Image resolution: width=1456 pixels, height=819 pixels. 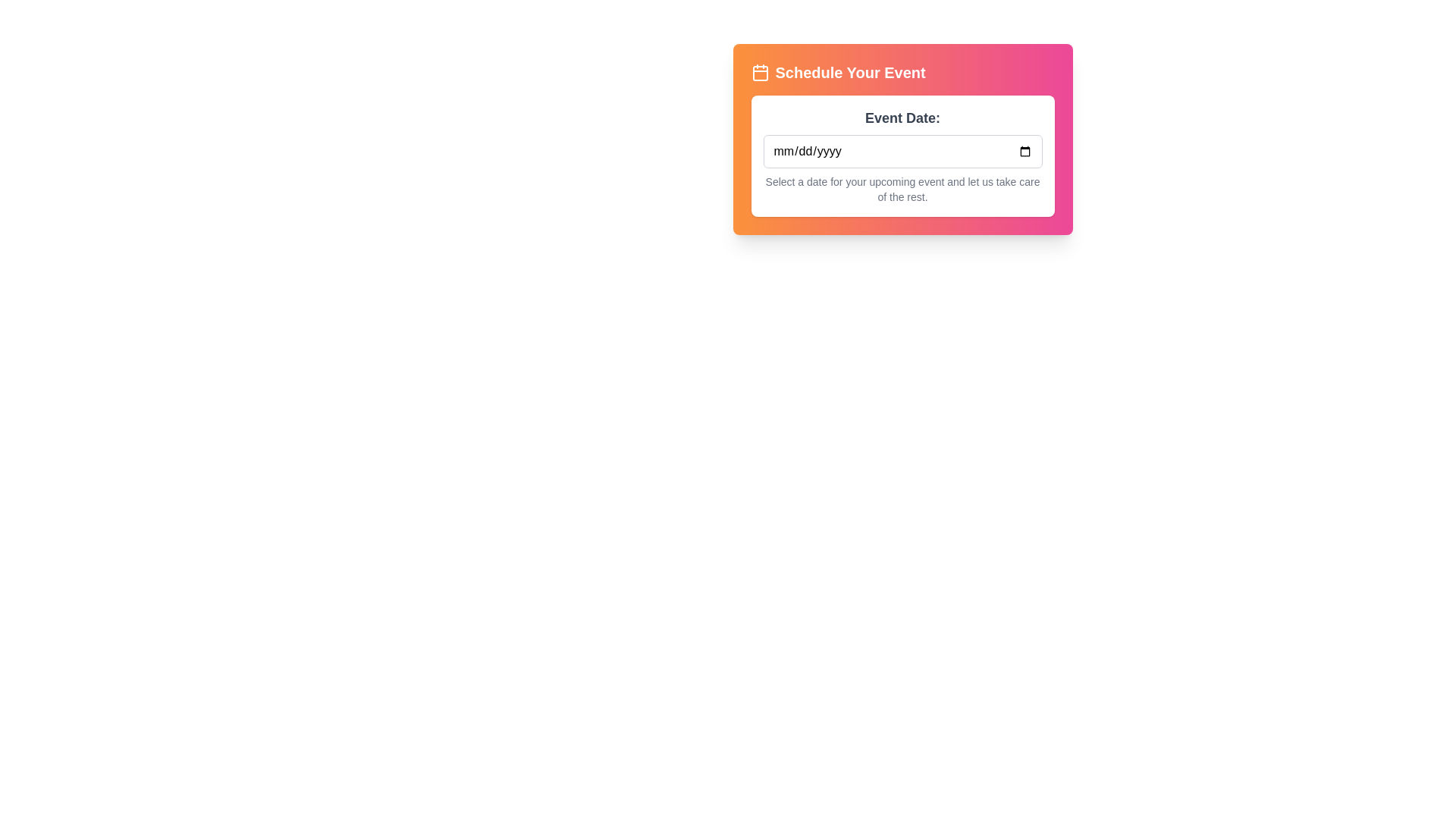 I want to click on text from the header indicating the scheduling section, which is located near the top-left corner of a rectangular section with a gradient background, so click(x=837, y=73).